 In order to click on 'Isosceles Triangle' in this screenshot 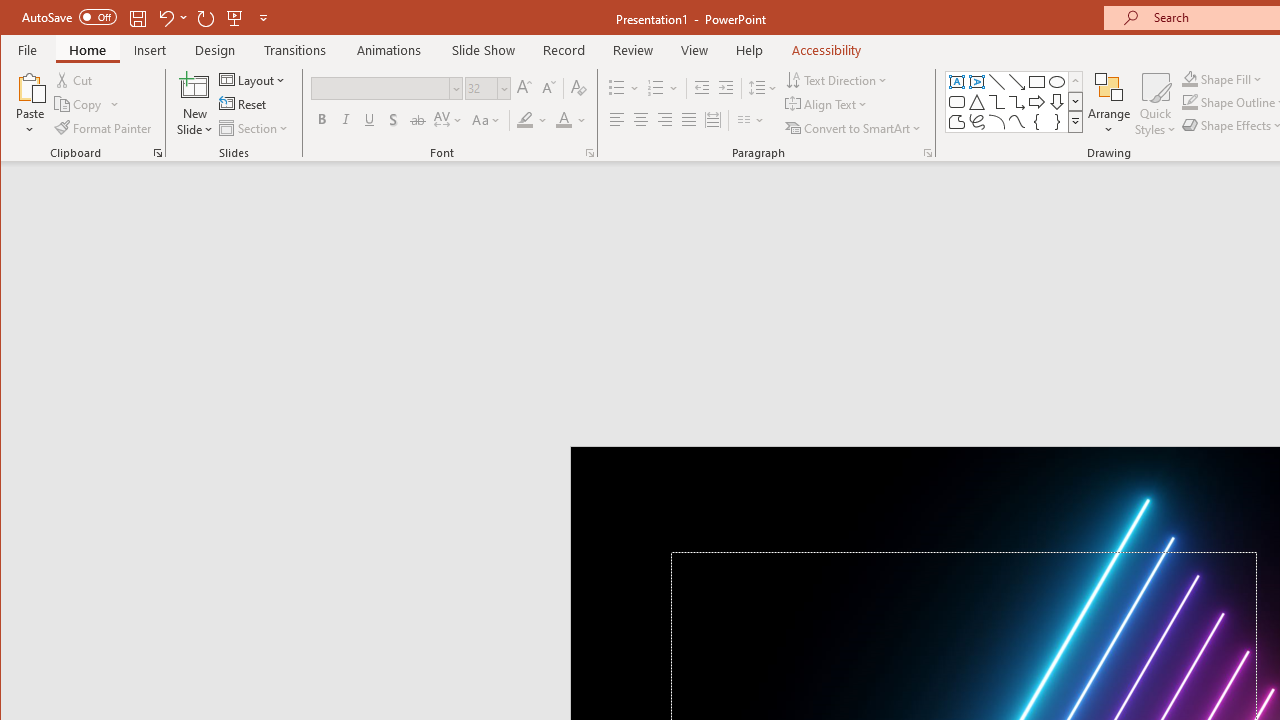, I will do `click(976, 102)`.